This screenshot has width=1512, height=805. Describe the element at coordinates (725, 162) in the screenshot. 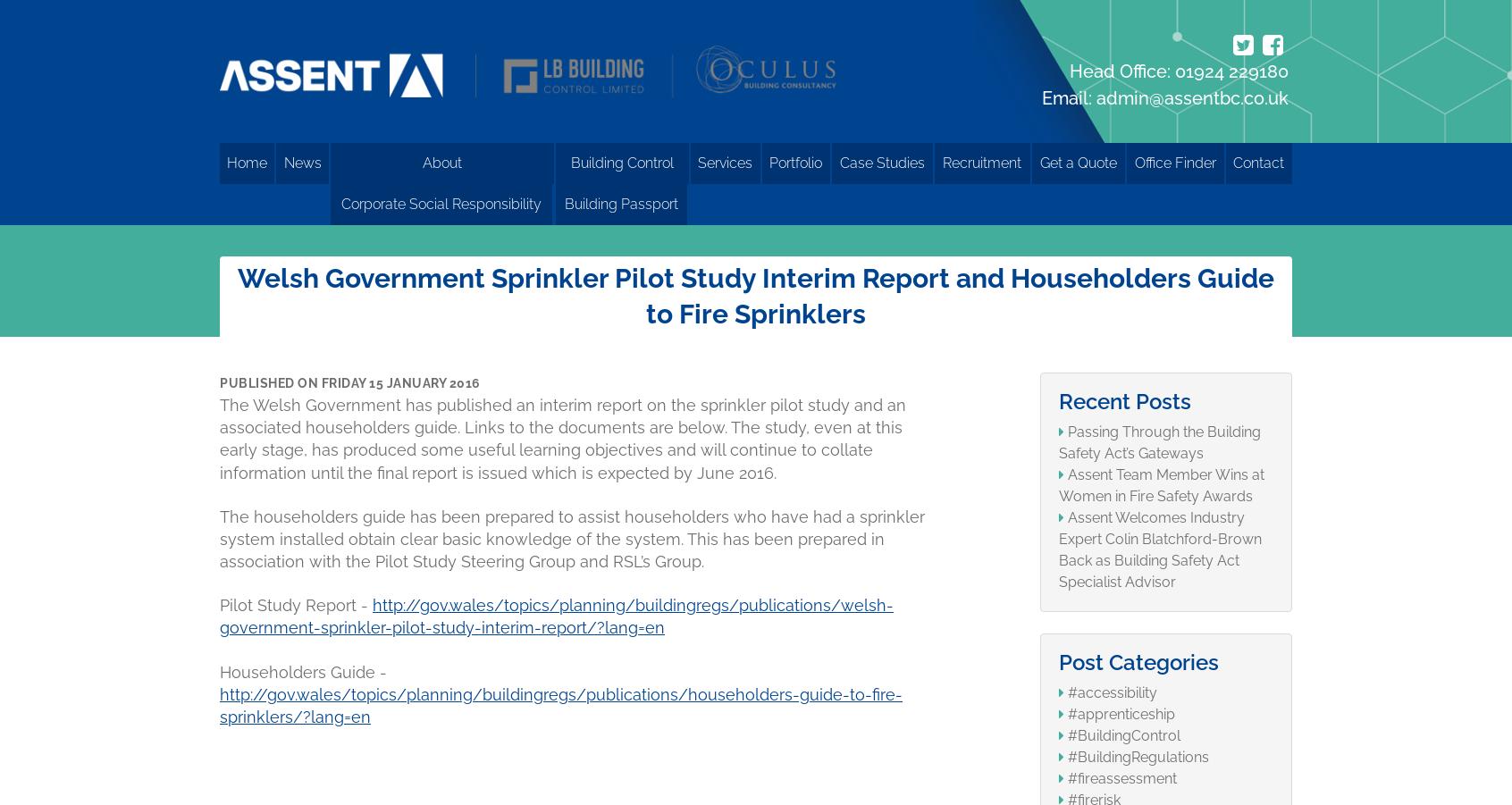

I see `'Services'` at that location.